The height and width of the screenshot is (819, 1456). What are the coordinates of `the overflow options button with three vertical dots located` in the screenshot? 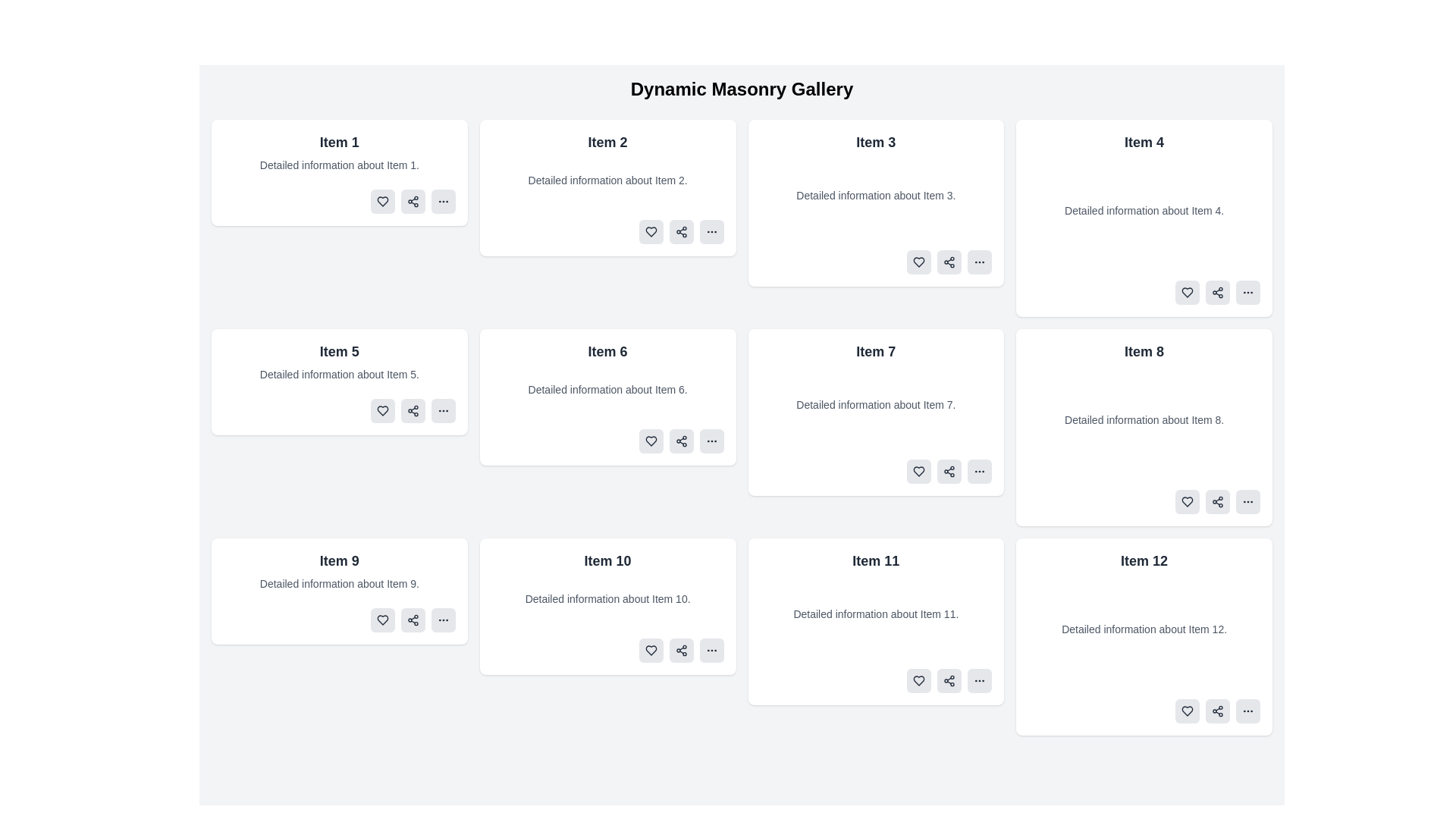 It's located at (711, 649).